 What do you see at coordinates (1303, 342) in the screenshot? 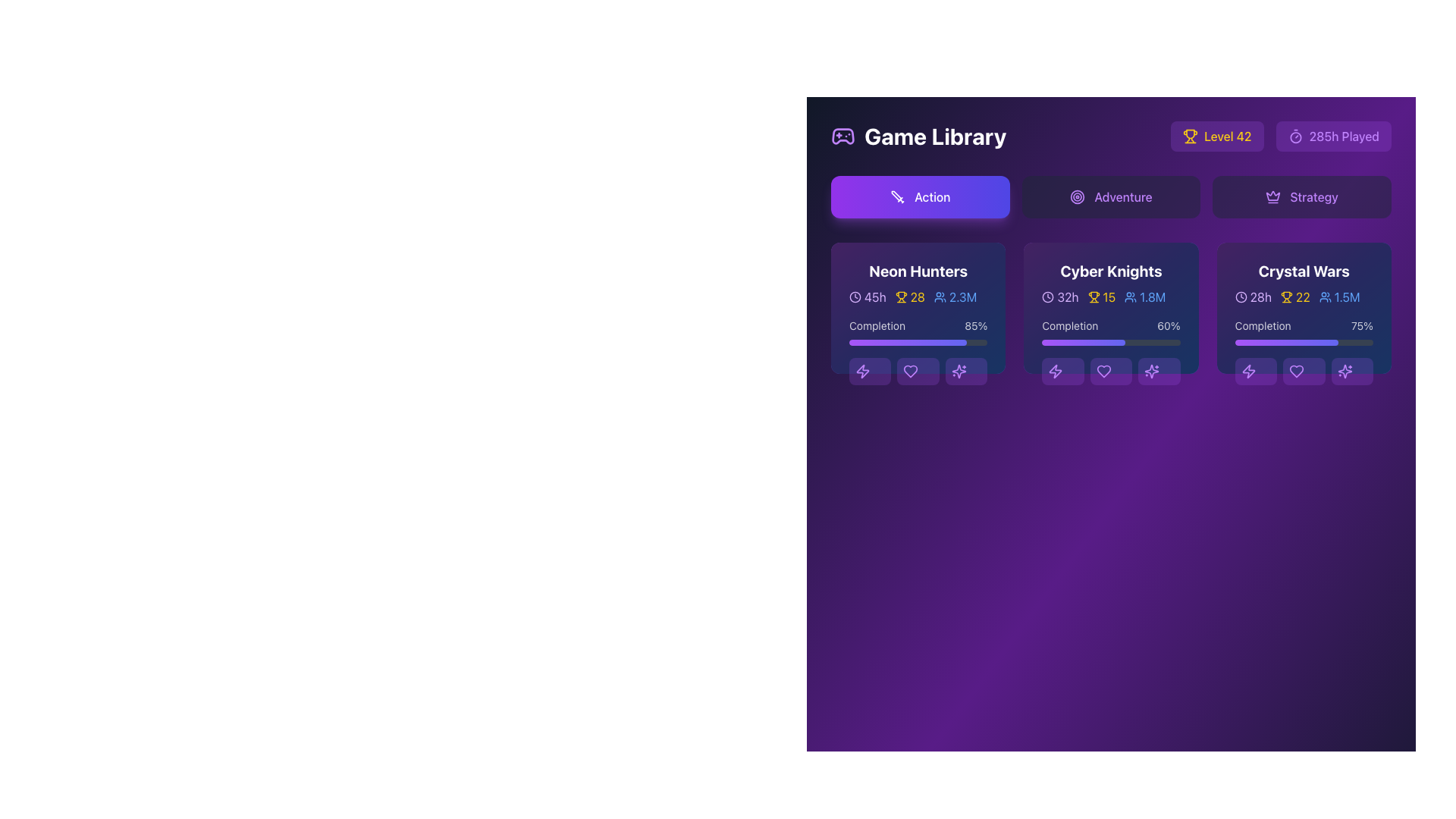
I see `the progress representation of the horizontal progress bar located near the bottom of the 'Crystal Wars' card in the game library section, below the 'Completion' label and '75%' text` at bounding box center [1303, 342].